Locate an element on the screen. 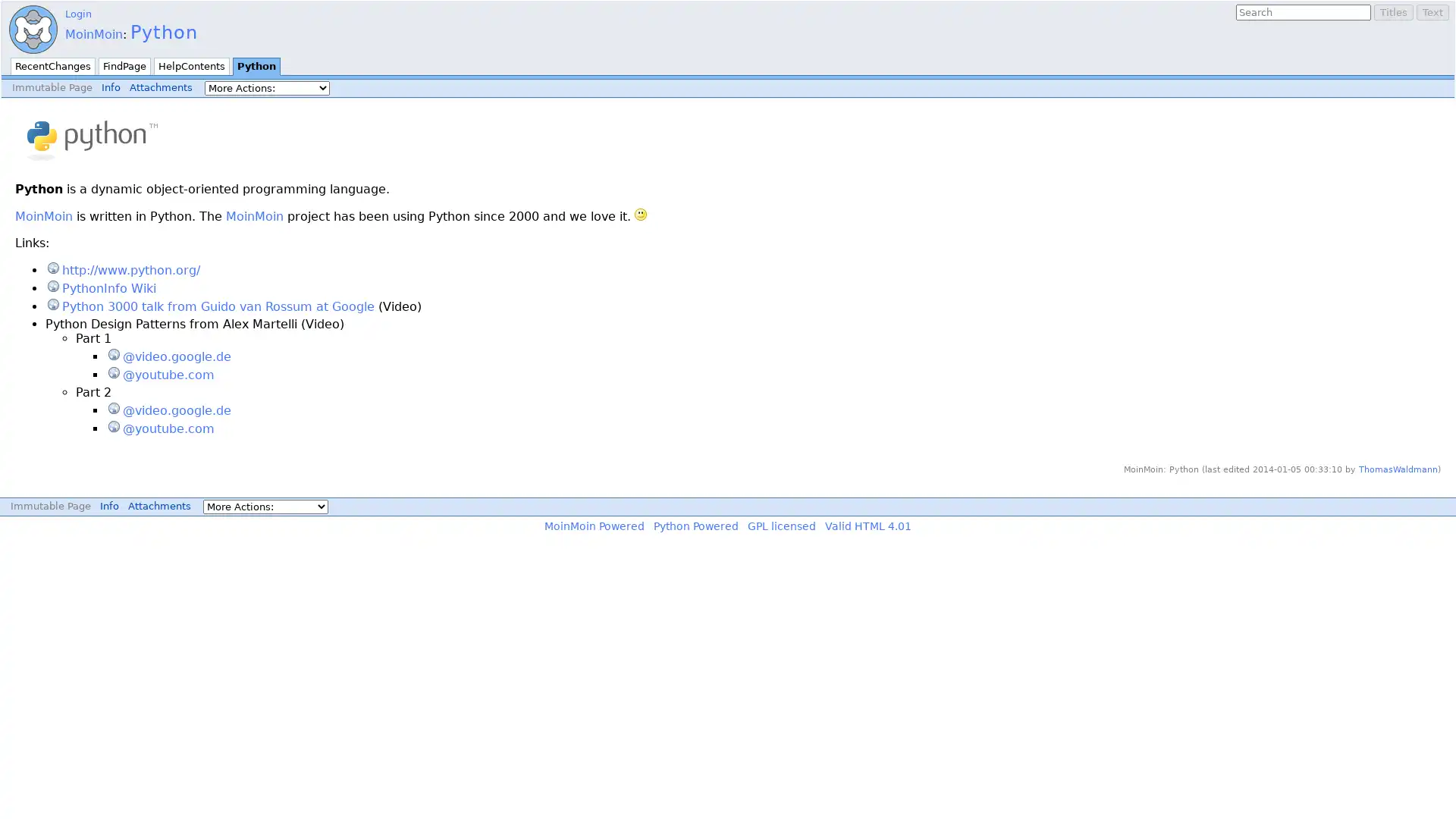 The height and width of the screenshot is (819, 1456). Text is located at coordinates (1432, 12).